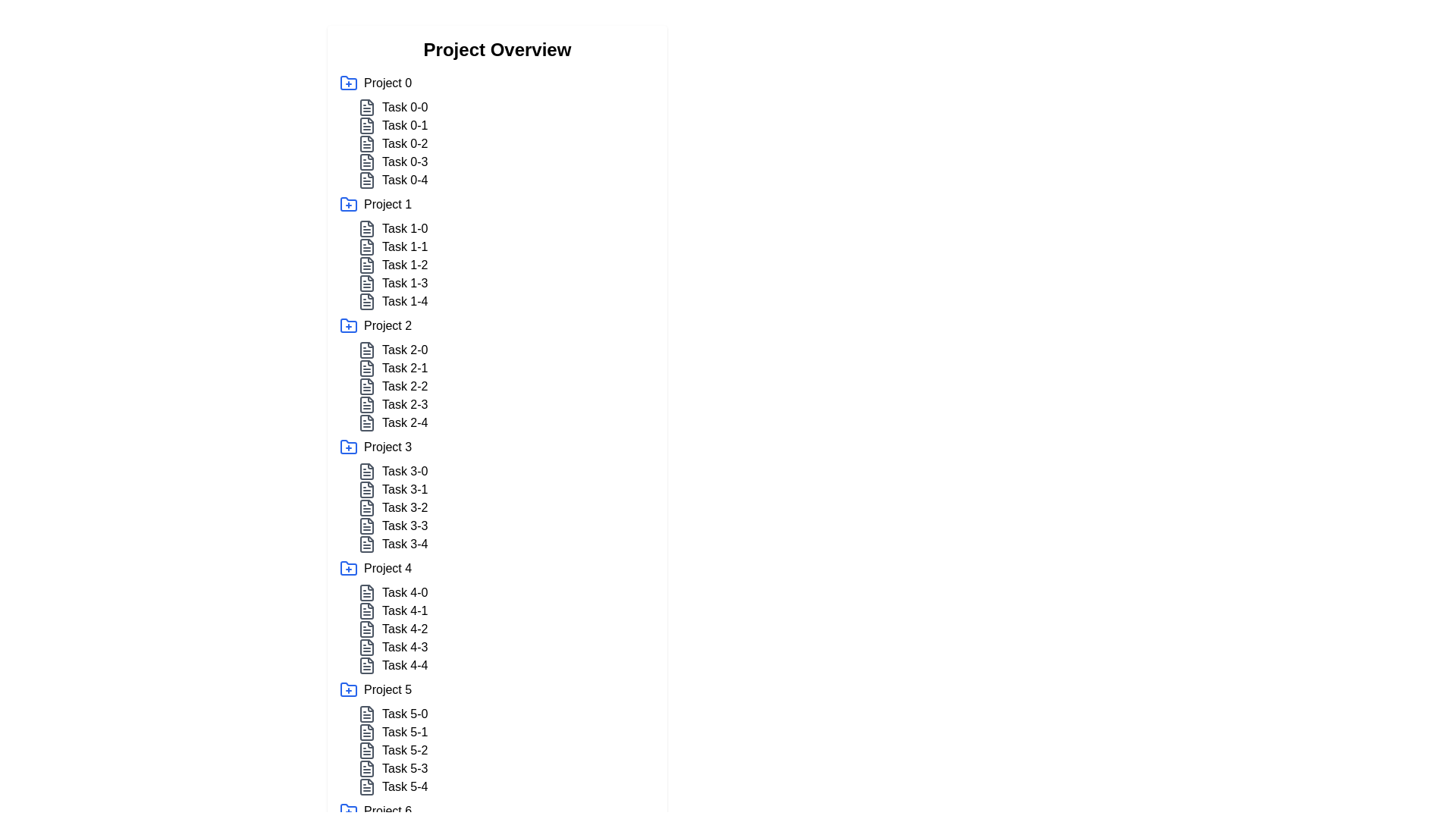 The image size is (1456, 819). Describe the element at coordinates (506, 246) in the screenshot. I see `the second list item under the heading 'Project 1' for keyboard actions` at that location.